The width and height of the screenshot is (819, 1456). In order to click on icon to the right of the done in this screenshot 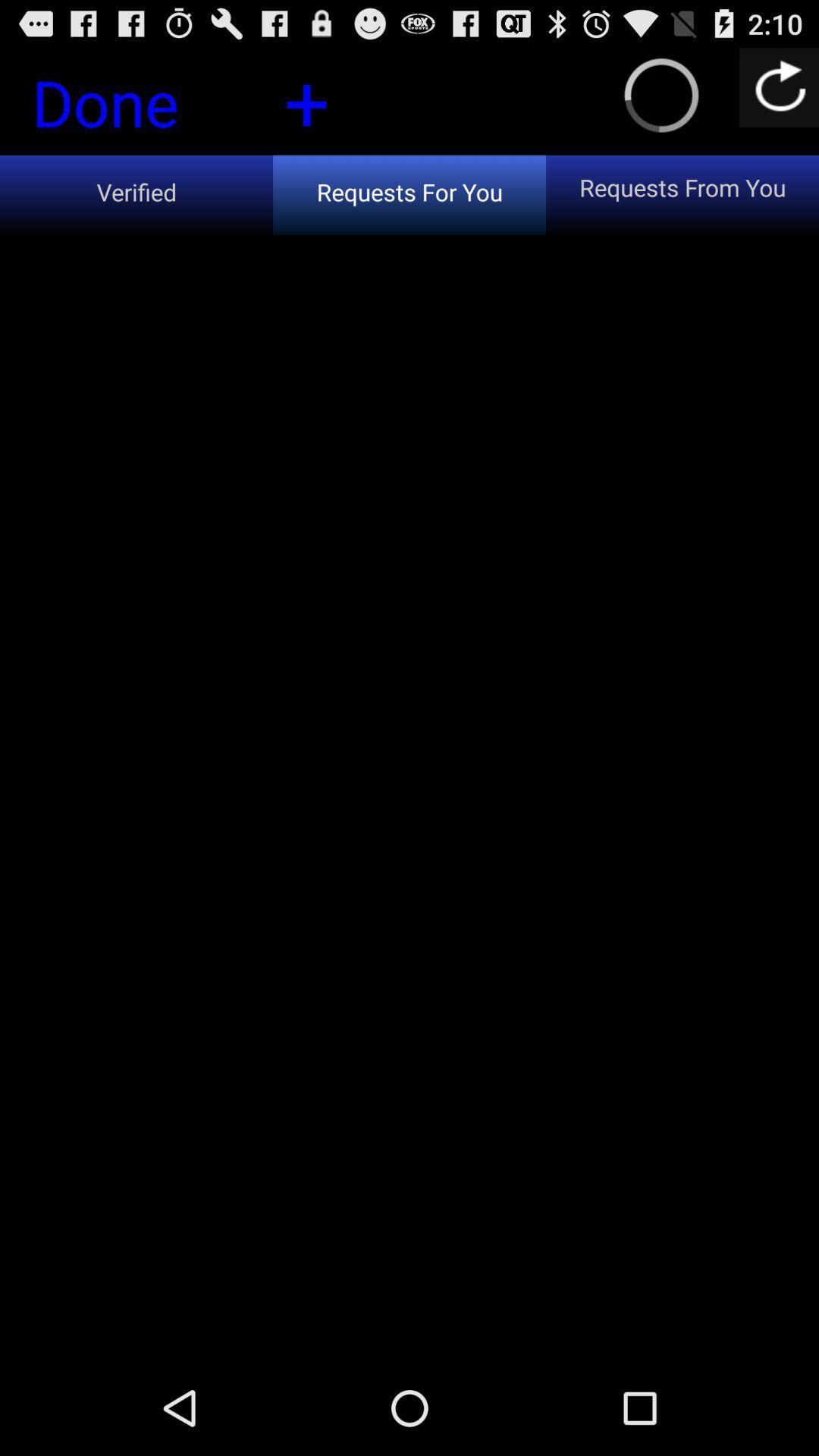, I will do `click(306, 99)`.